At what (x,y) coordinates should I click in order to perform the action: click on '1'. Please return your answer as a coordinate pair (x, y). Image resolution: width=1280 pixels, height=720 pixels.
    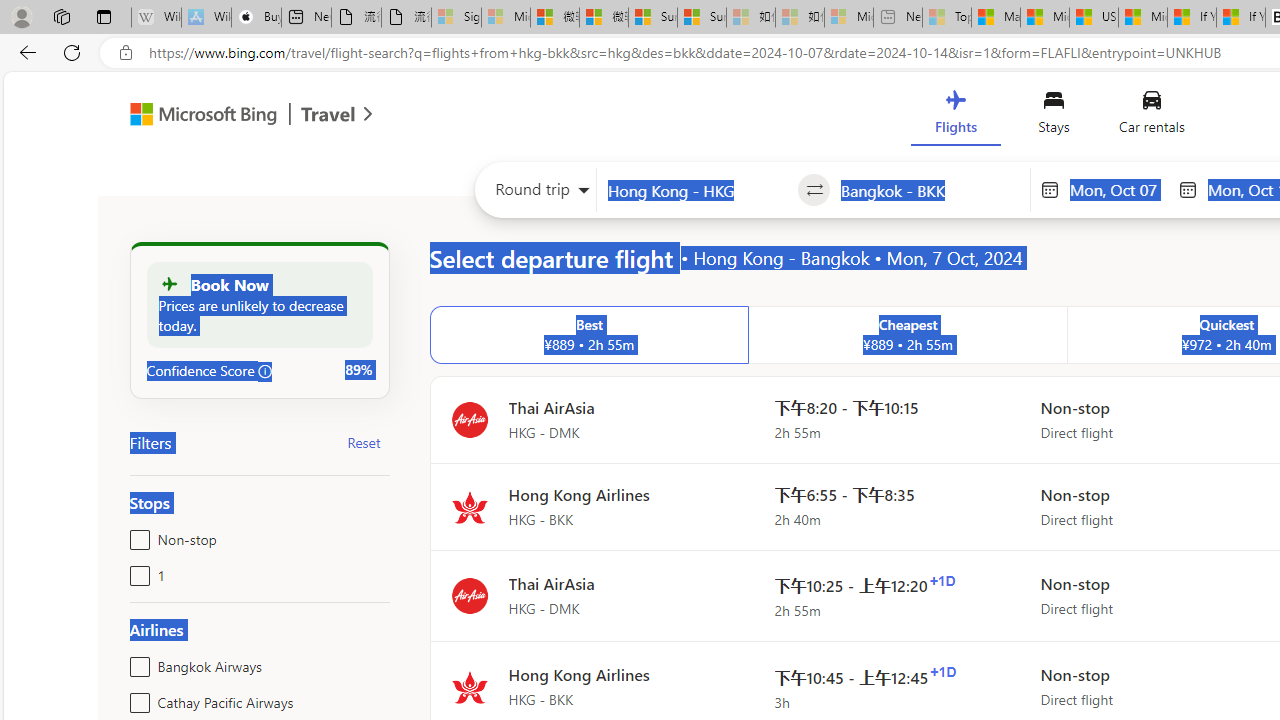
    Looking at the image, I should click on (135, 572).